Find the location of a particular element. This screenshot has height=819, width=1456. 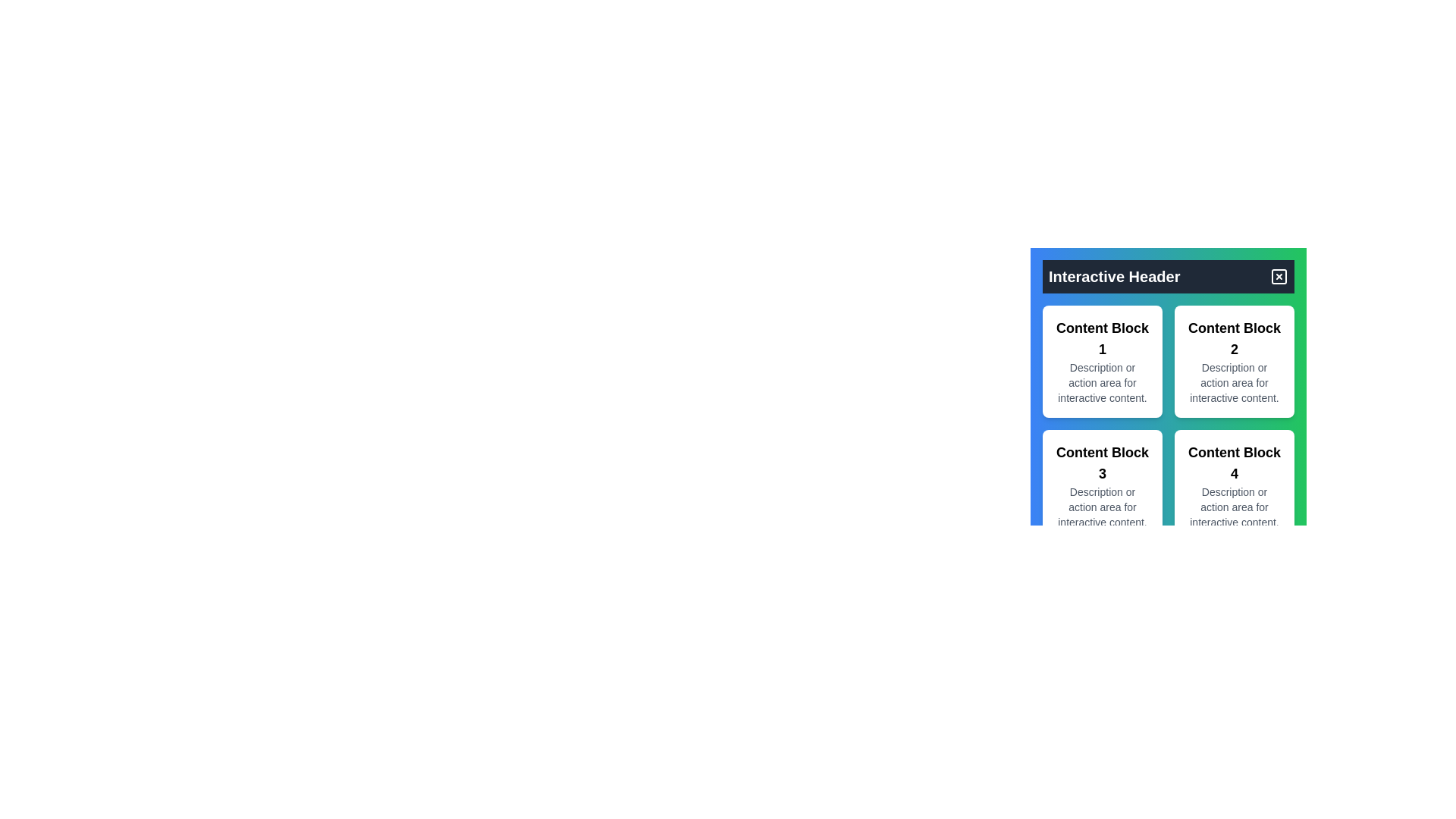

the prominent text header labeled 'Content Block 3' which is located at the top of the third card in a grid layout, centered within its card is located at coordinates (1103, 462).